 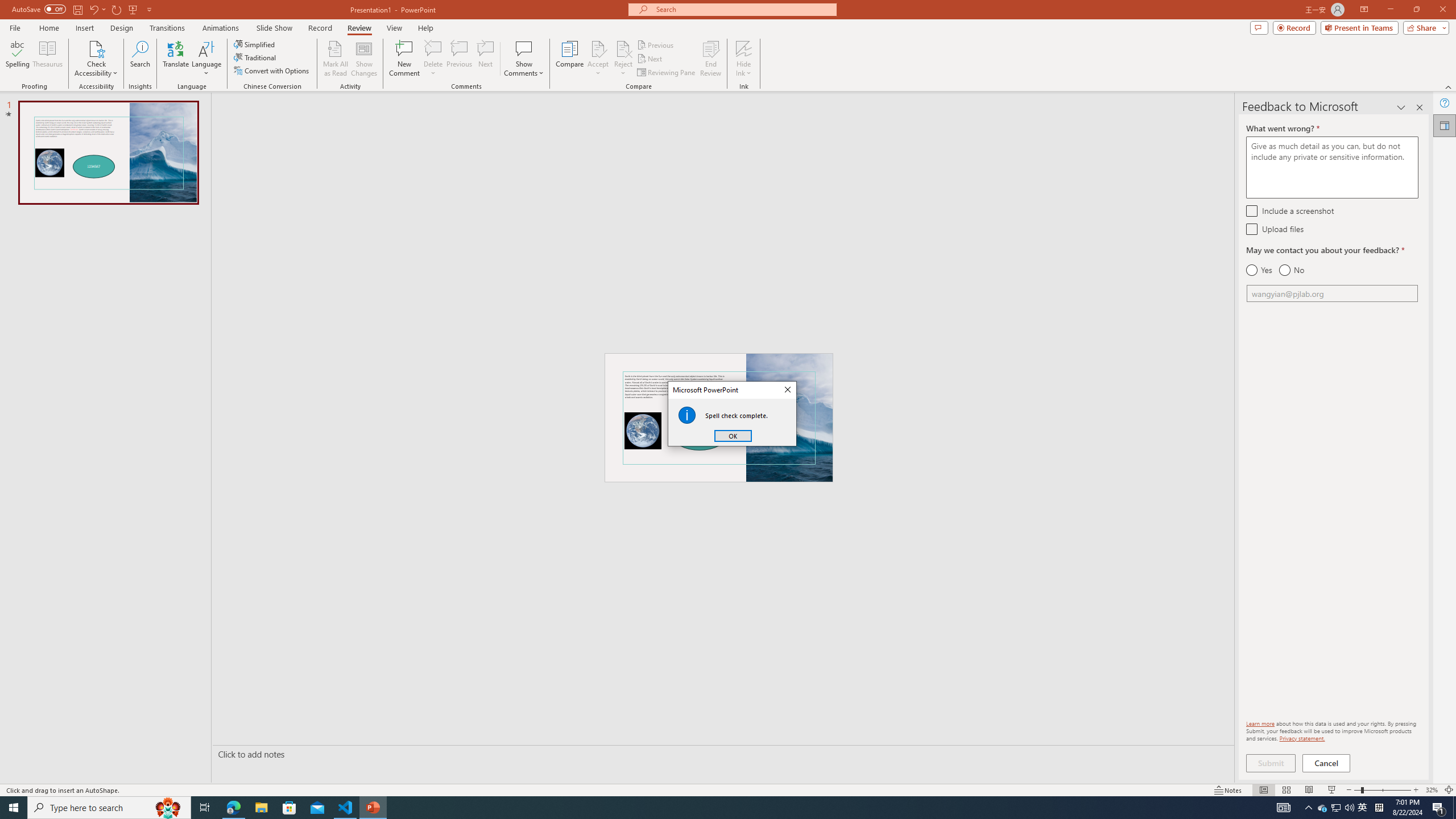 What do you see at coordinates (433, 59) in the screenshot?
I see `'Delete'` at bounding box center [433, 59].